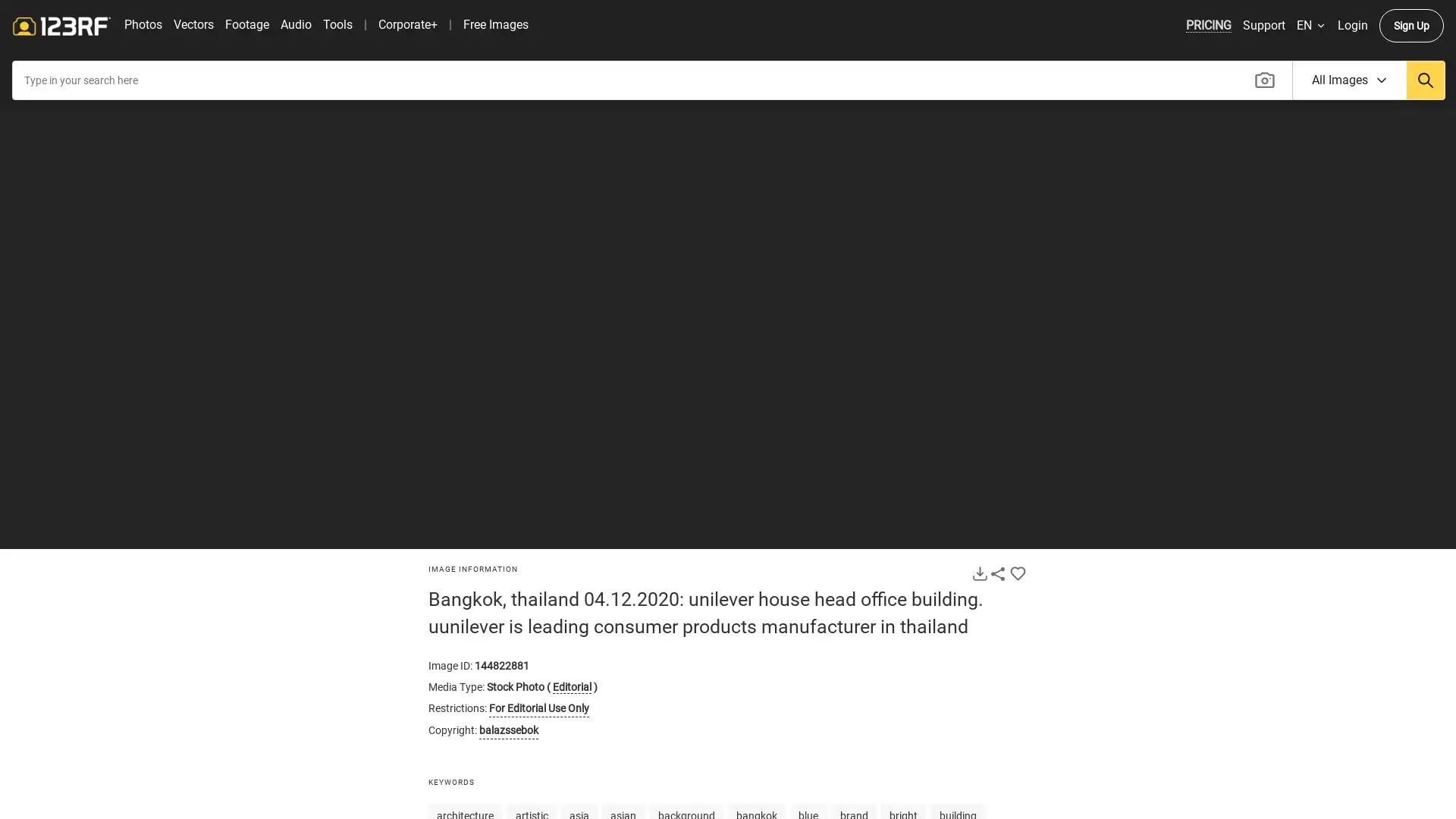  Describe the element at coordinates (1288, 522) in the screenshot. I see `FACEBOOK_IMAGE Facebook image 1200 x 1200 px` at that location.